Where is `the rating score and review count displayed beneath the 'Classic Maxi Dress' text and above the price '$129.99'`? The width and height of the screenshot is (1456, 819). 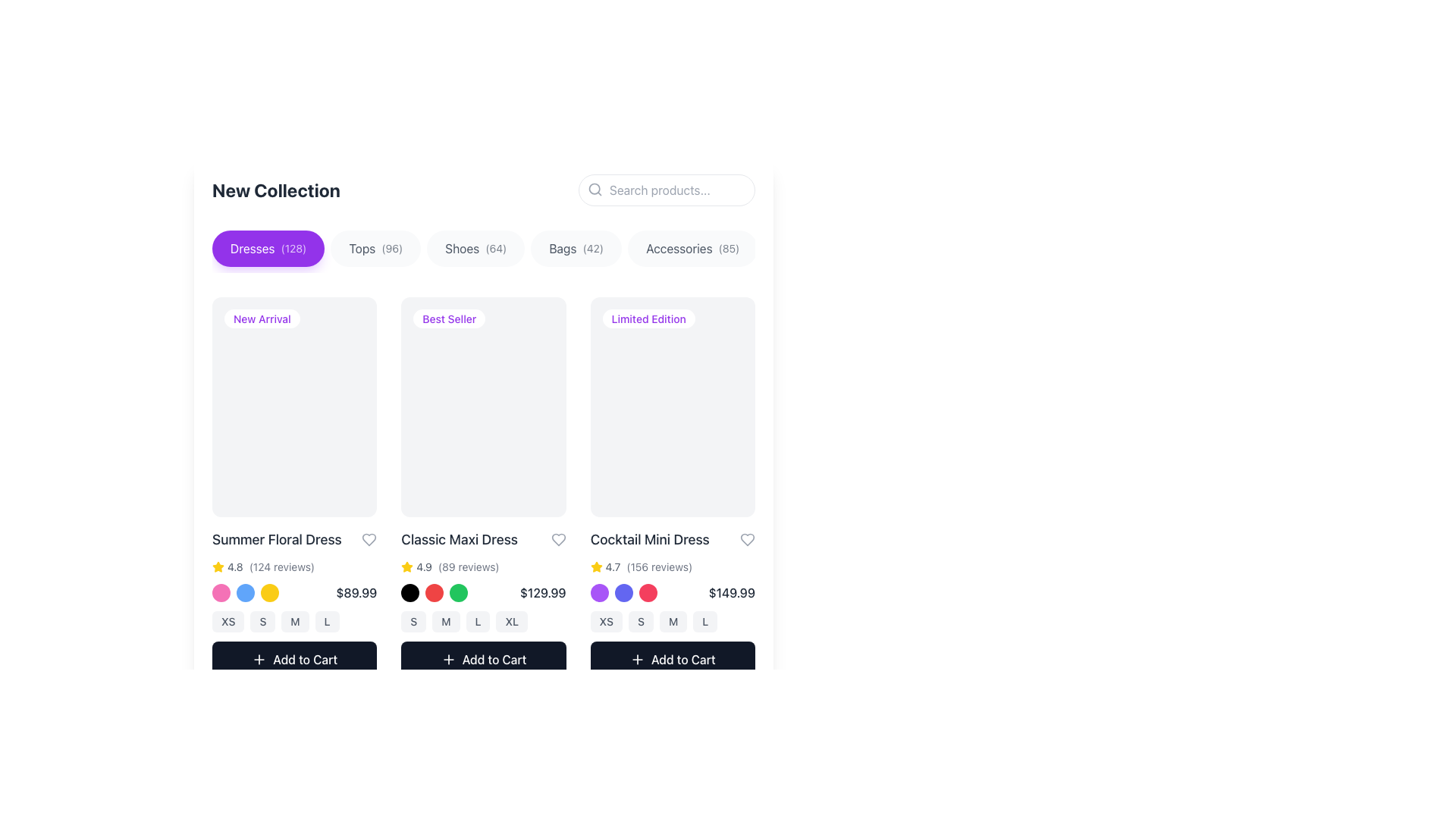 the rating score and review count displayed beneath the 'Classic Maxi Dress' text and above the price '$129.99' is located at coordinates (483, 566).